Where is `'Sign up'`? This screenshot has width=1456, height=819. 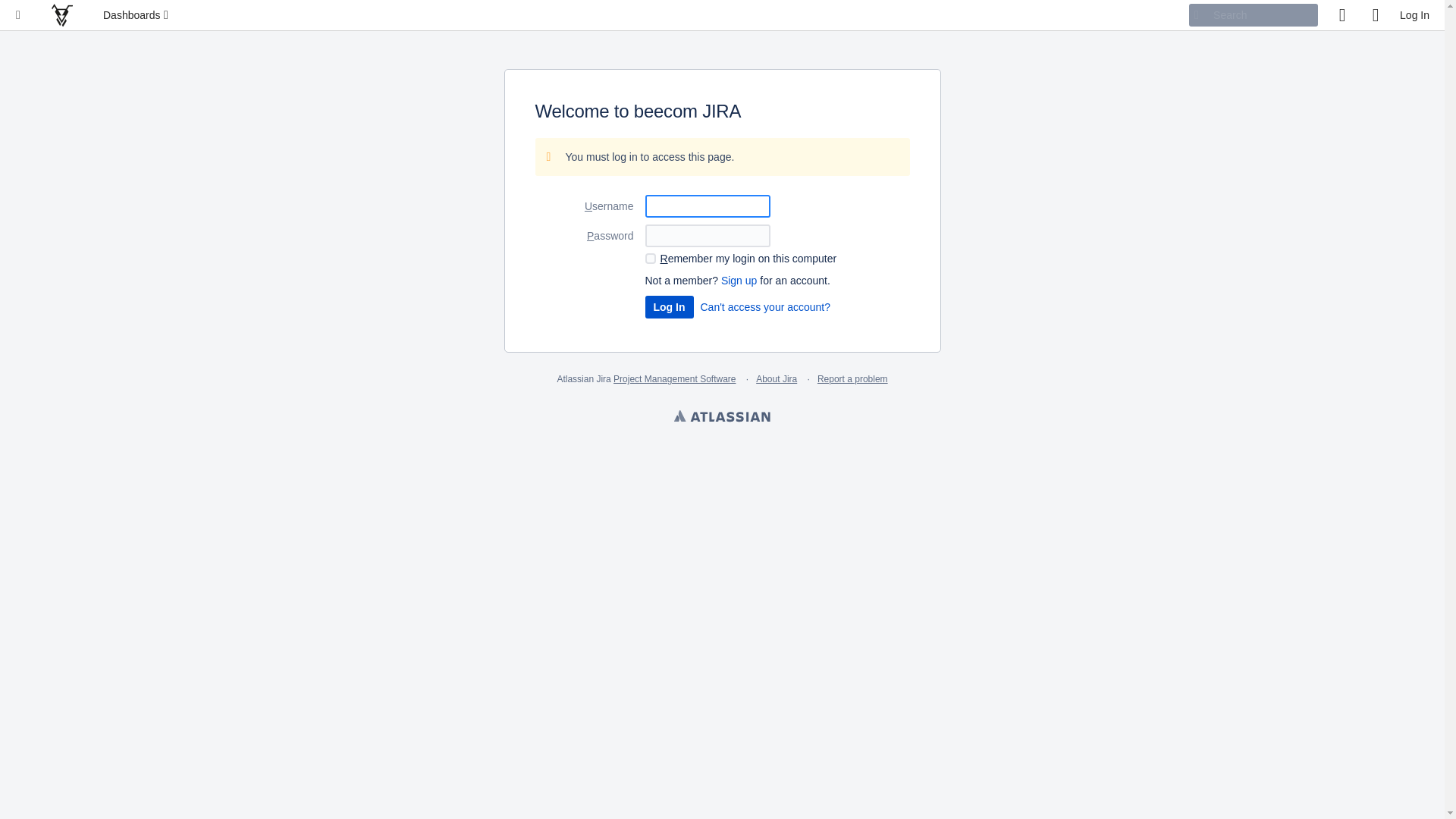 'Sign up' is located at coordinates (739, 281).